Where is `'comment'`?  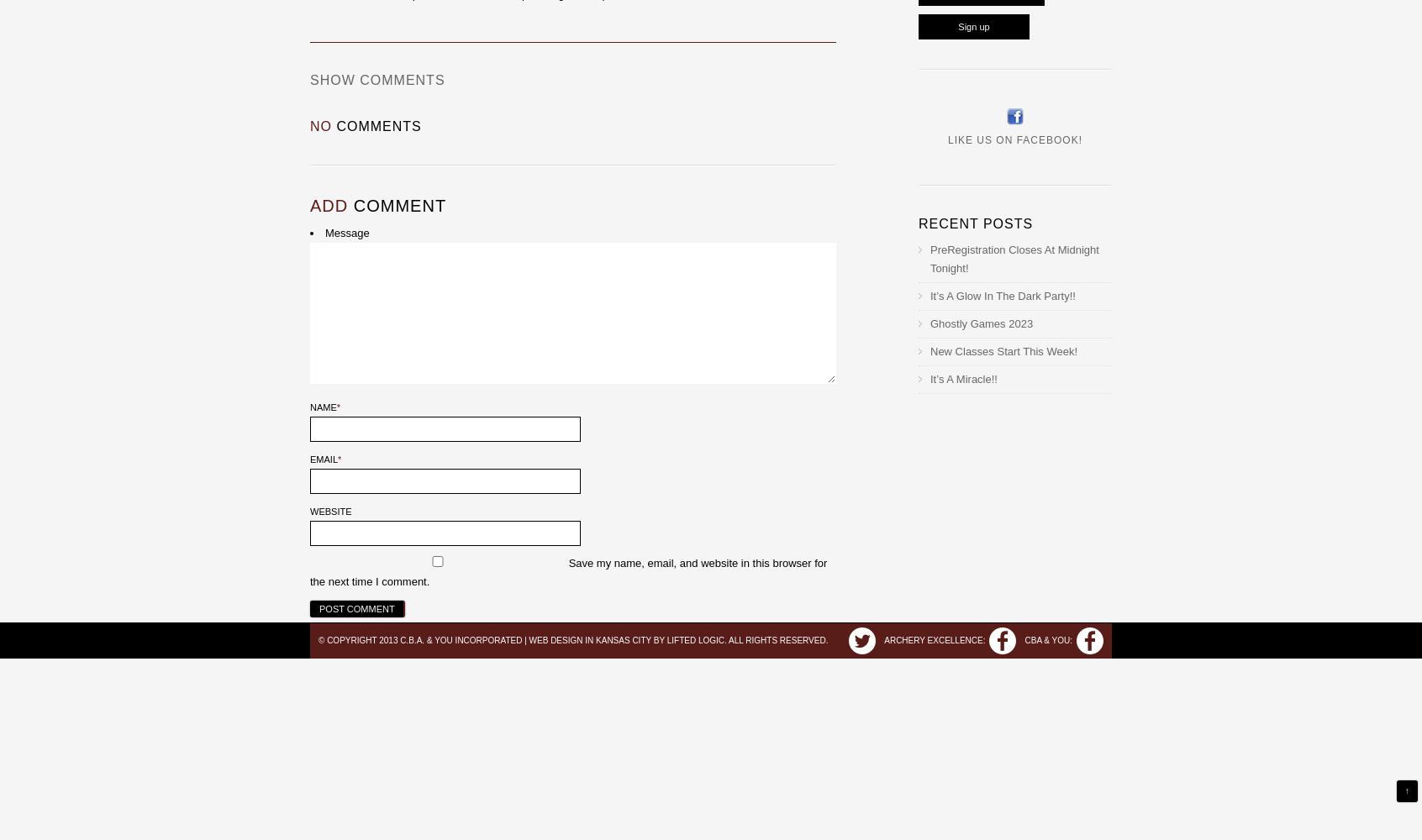
'comment' is located at coordinates (396, 205).